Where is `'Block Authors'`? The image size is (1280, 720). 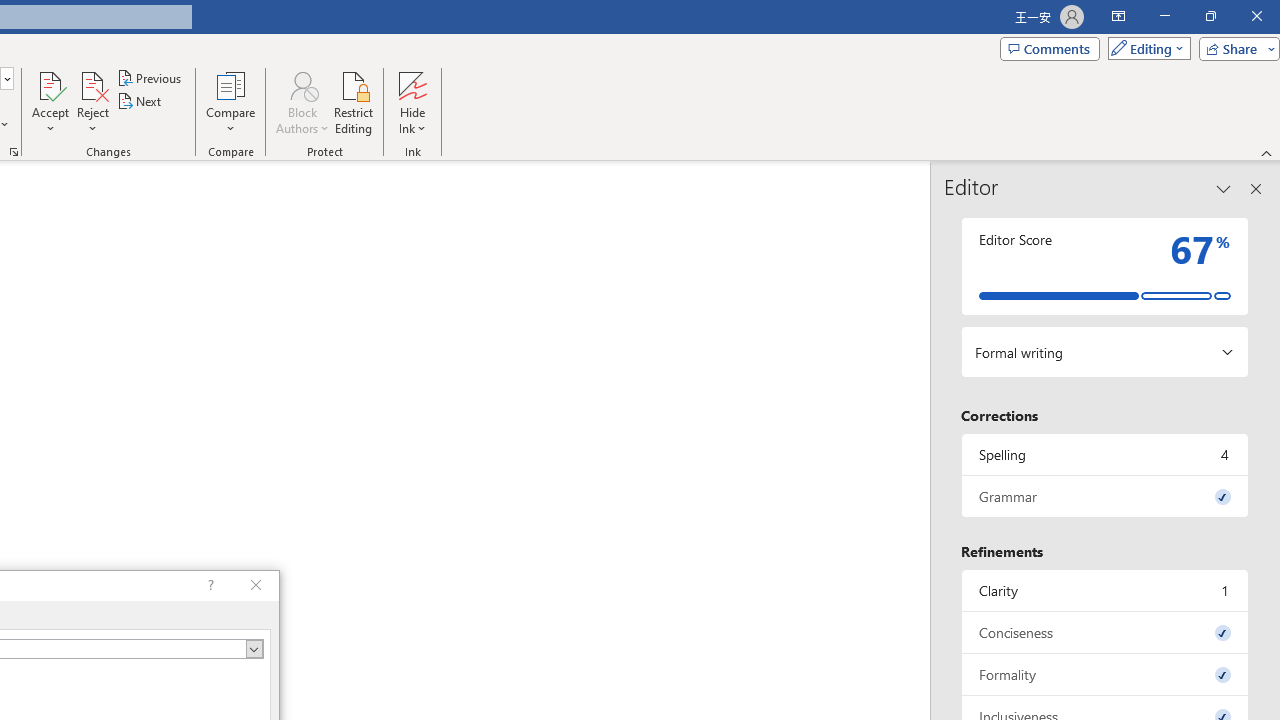
'Block Authors' is located at coordinates (301, 103).